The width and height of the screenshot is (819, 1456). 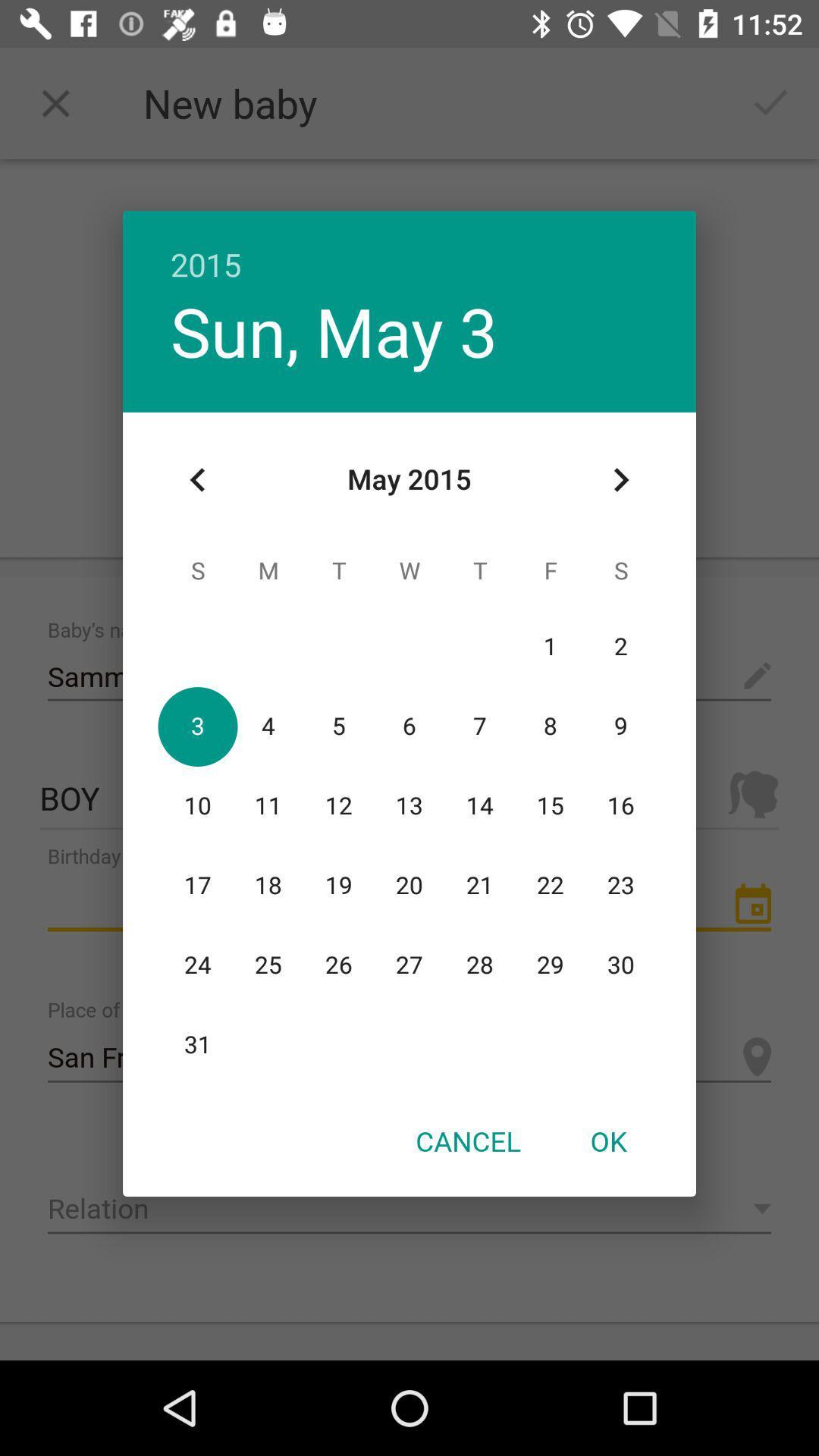 What do you see at coordinates (467, 1141) in the screenshot?
I see `the cancel icon` at bounding box center [467, 1141].